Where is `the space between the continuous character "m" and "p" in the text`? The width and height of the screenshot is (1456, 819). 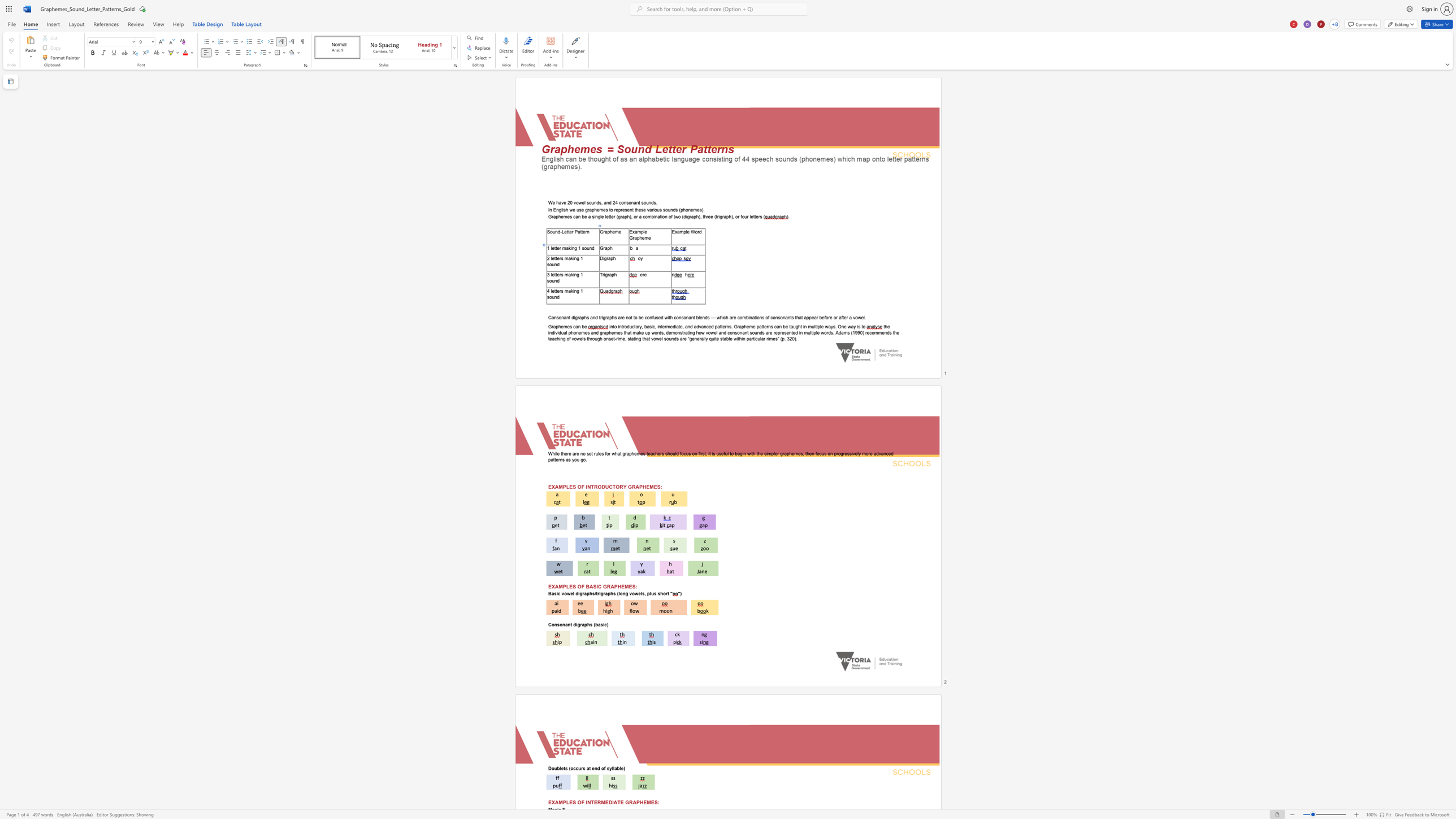
the space between the continuous character "m" and "p" in the text is located at coordinates (640, 231).